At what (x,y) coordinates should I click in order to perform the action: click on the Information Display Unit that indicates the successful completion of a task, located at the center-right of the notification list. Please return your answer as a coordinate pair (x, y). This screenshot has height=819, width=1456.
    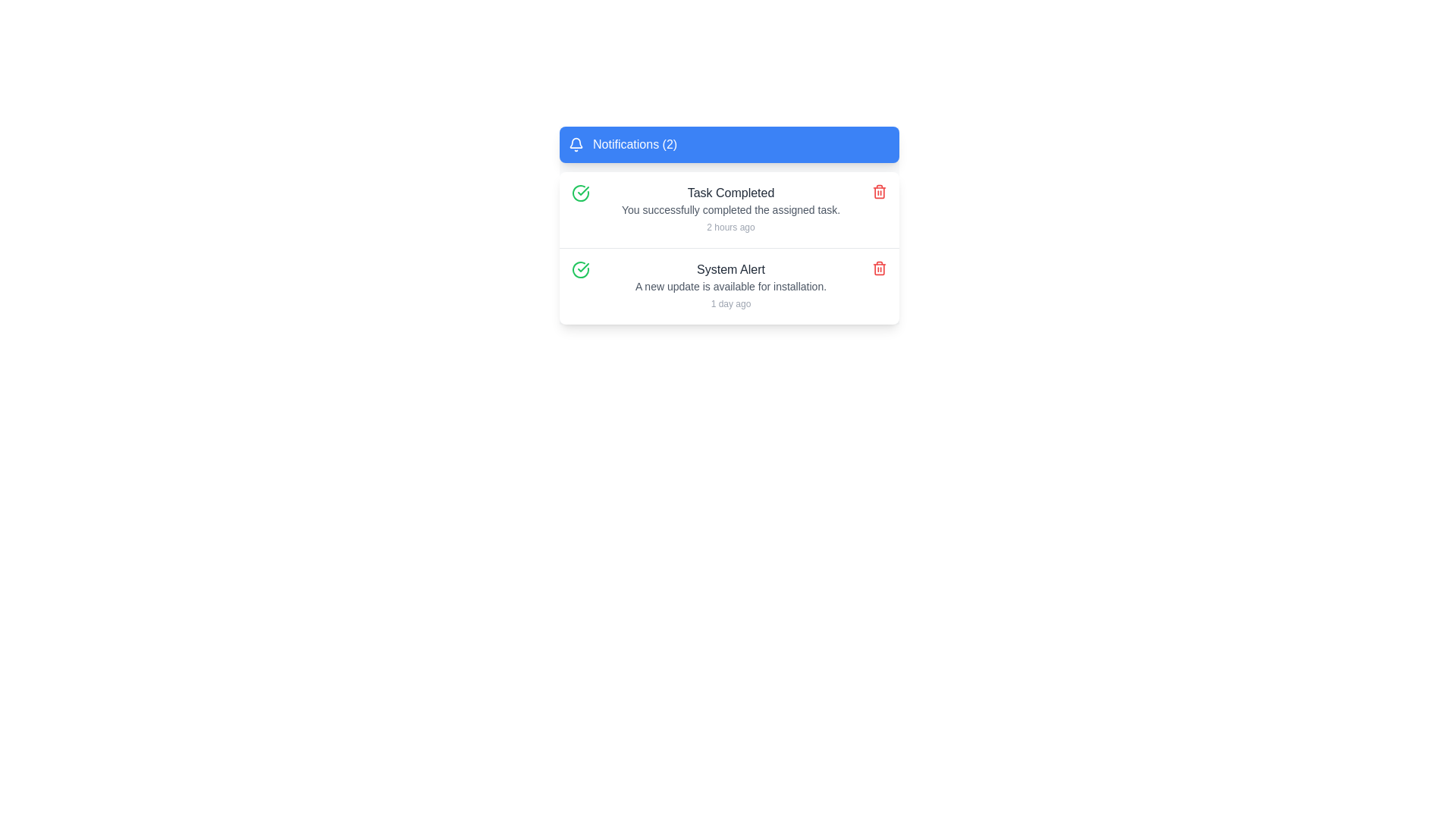
    Looking at the image, I should click on (731, 210).